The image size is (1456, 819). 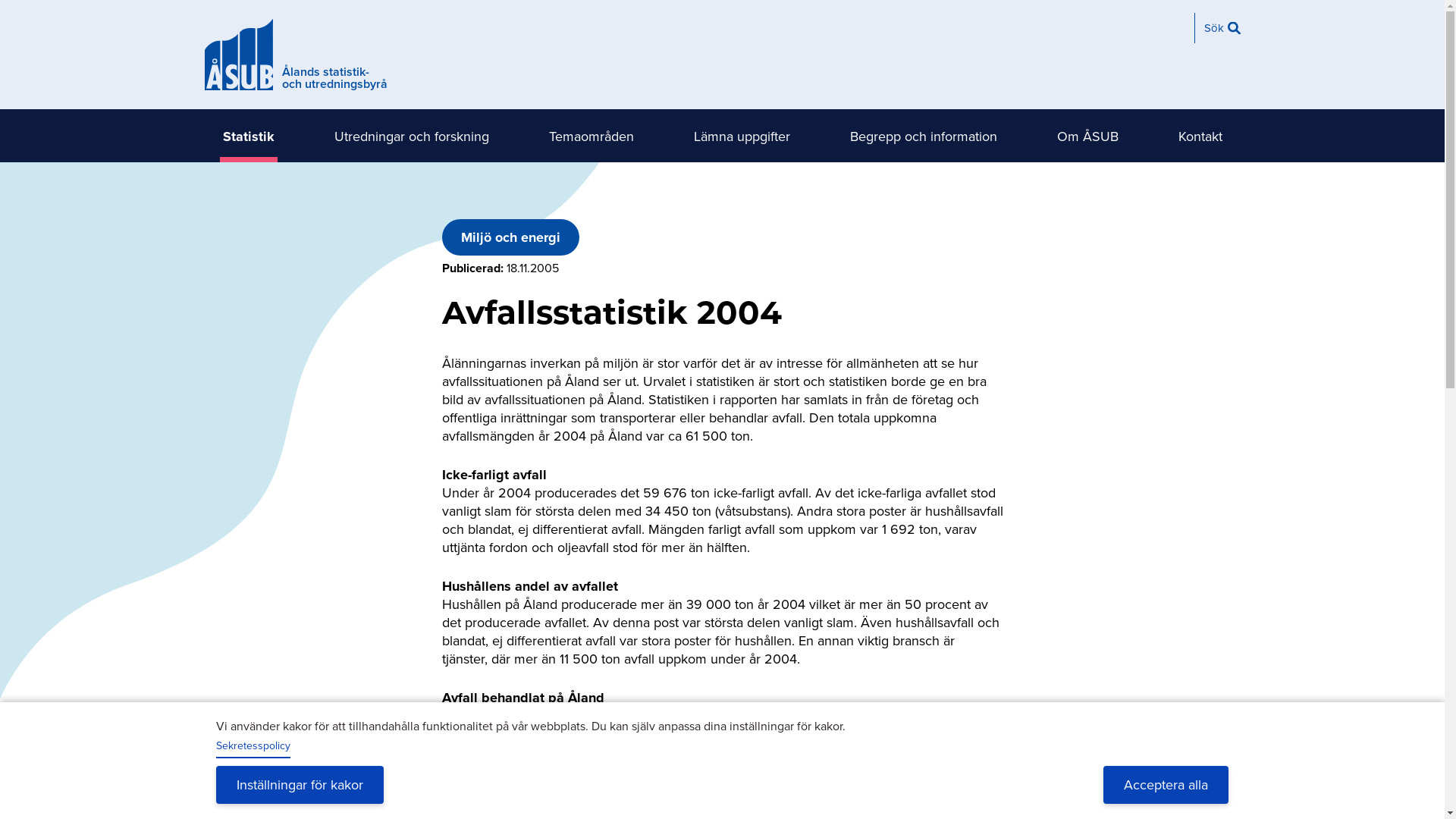 What do you see at coordinates (248, 134) in the screenshot?
I see `'Statistik'` at bounding box center [248, 134].